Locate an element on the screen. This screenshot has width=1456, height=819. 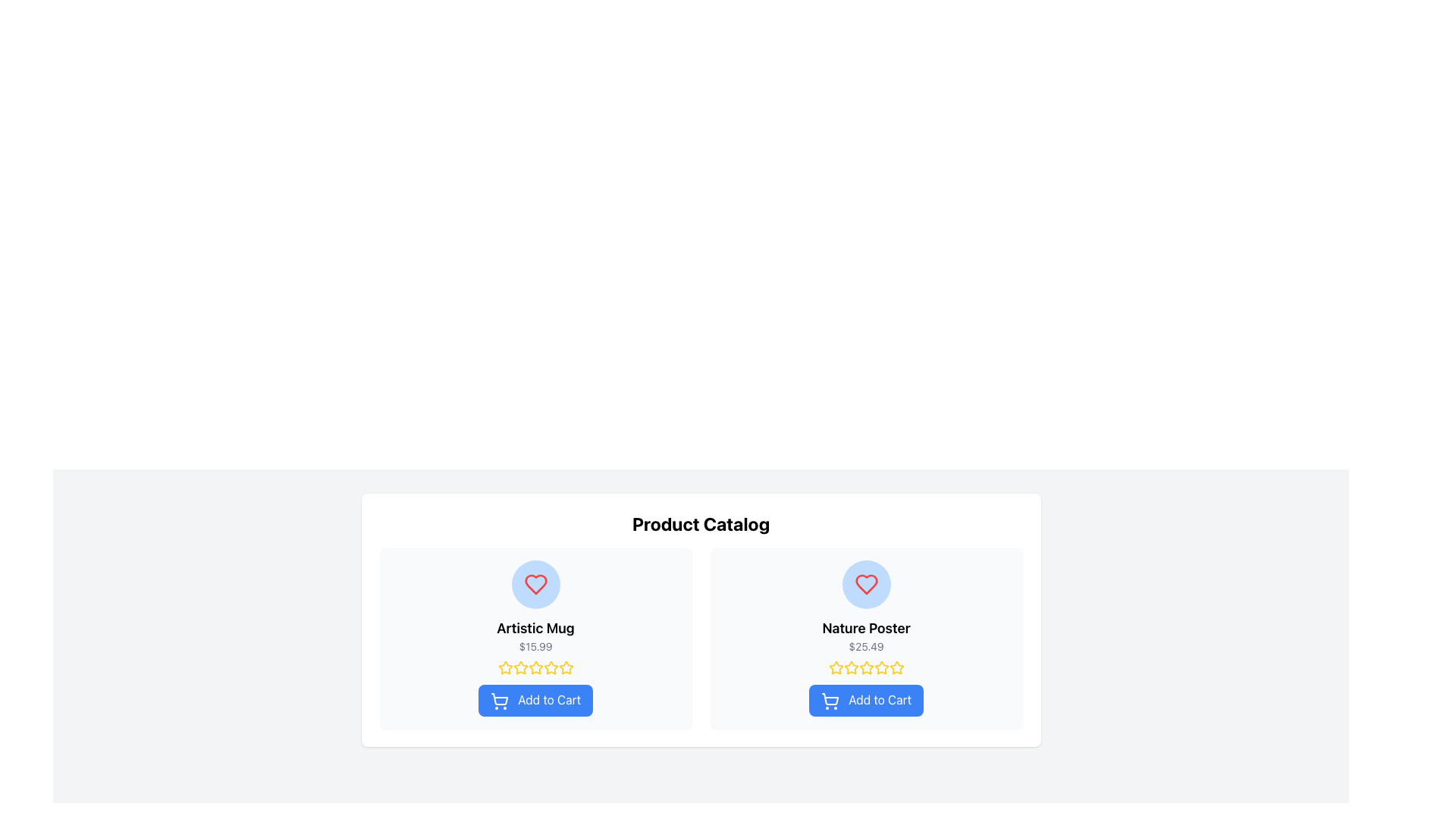
the fifth star-shaped icon with a yellow outline in the star rating sequence under the product description of 'Nature Poster' is located at coordinates (896, 667).